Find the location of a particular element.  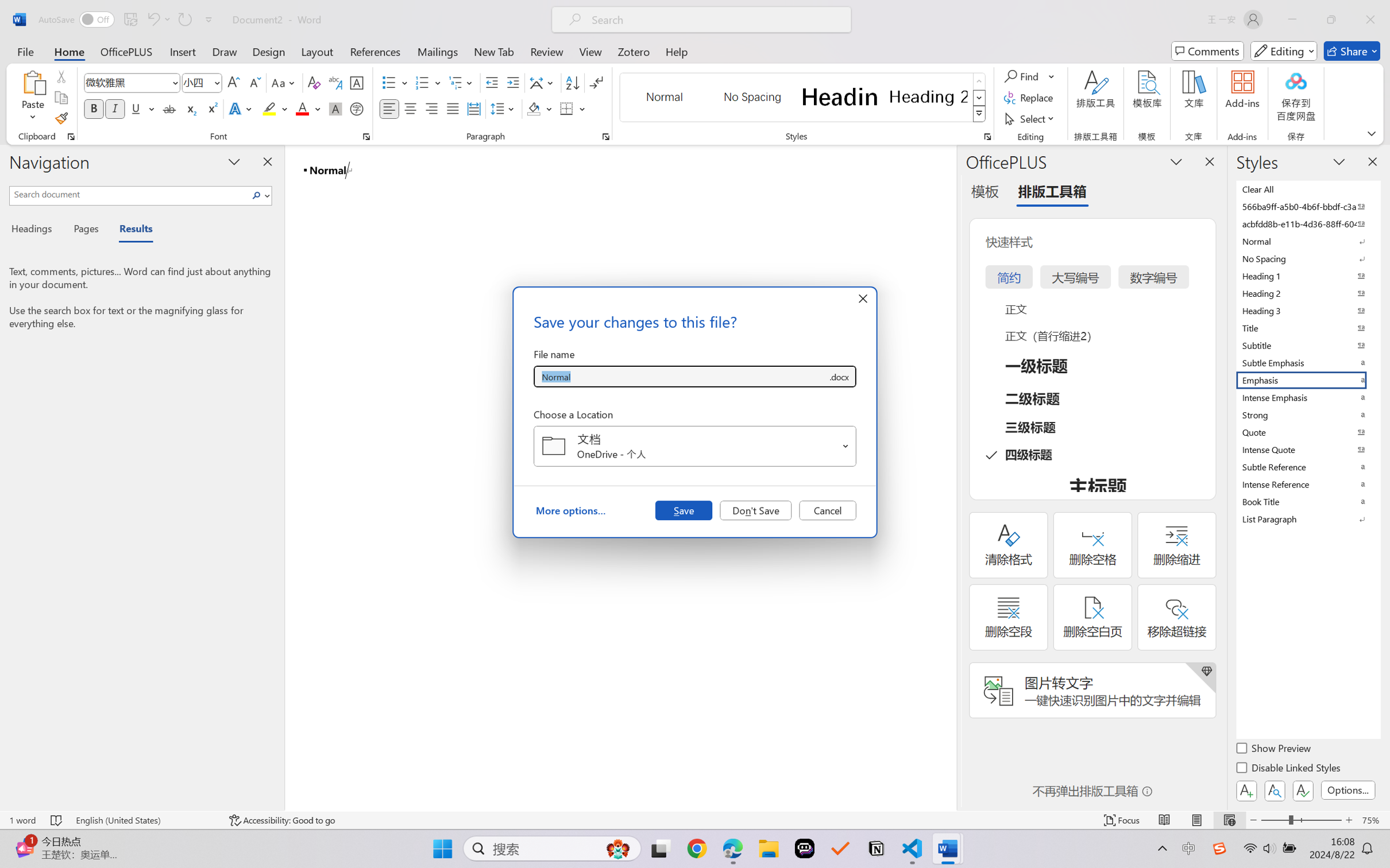

'Increase Indent' is located at coordinates (512, 83).